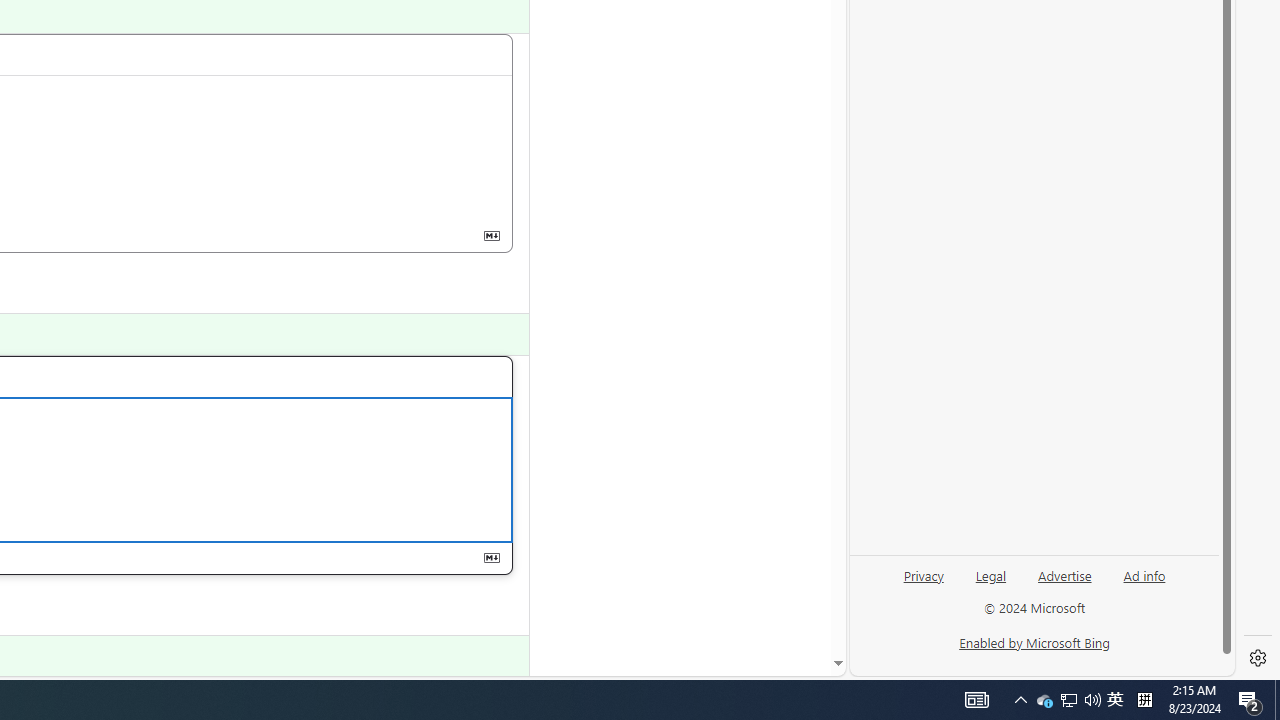  Describe the element at coordinates (1144, 583) in the screenshot. I see `'Ad info'` at that location.